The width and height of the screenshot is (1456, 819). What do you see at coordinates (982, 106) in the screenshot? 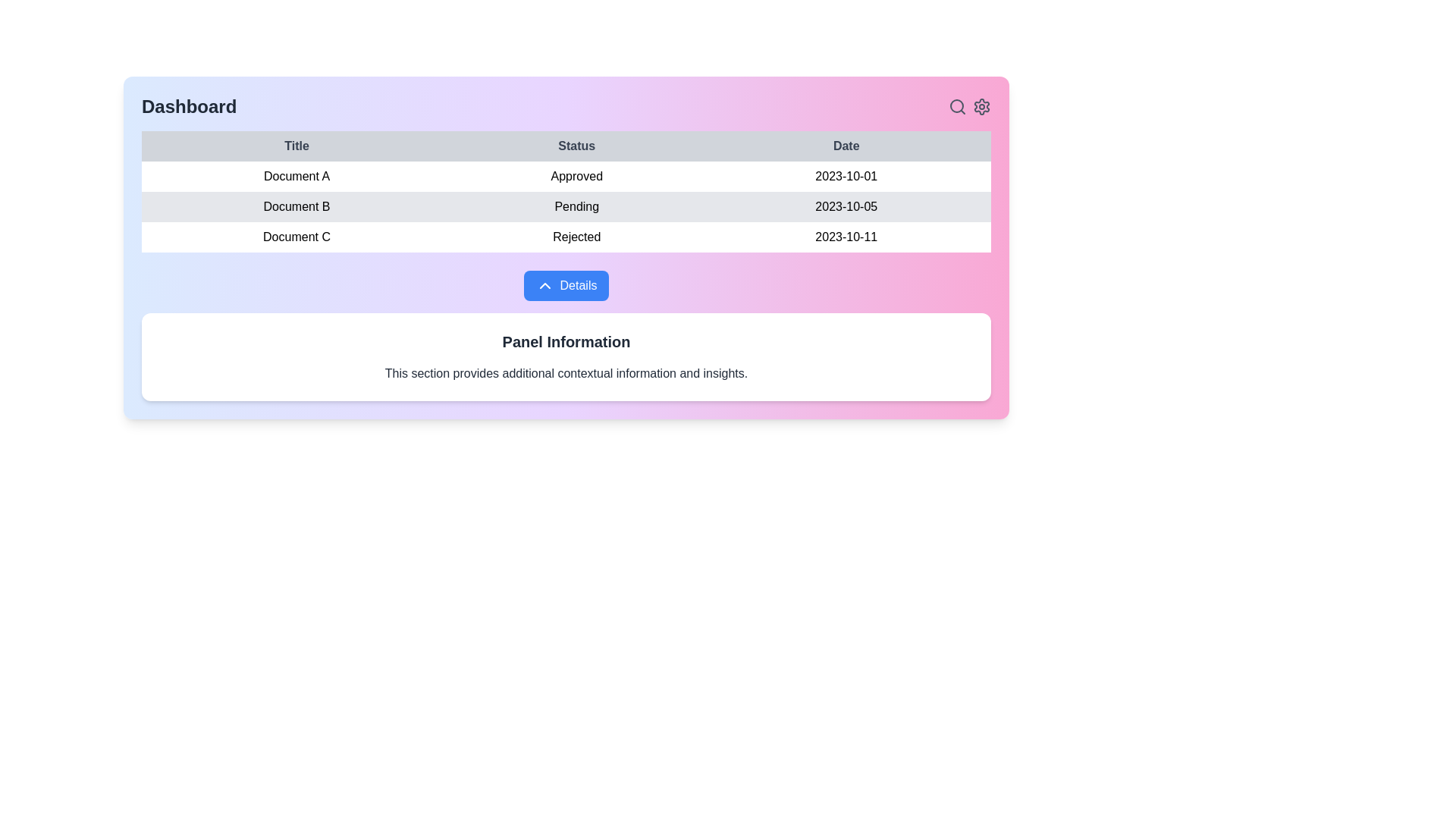
I see `the gear-shaped icon button located` at bounding box center [982, 106].